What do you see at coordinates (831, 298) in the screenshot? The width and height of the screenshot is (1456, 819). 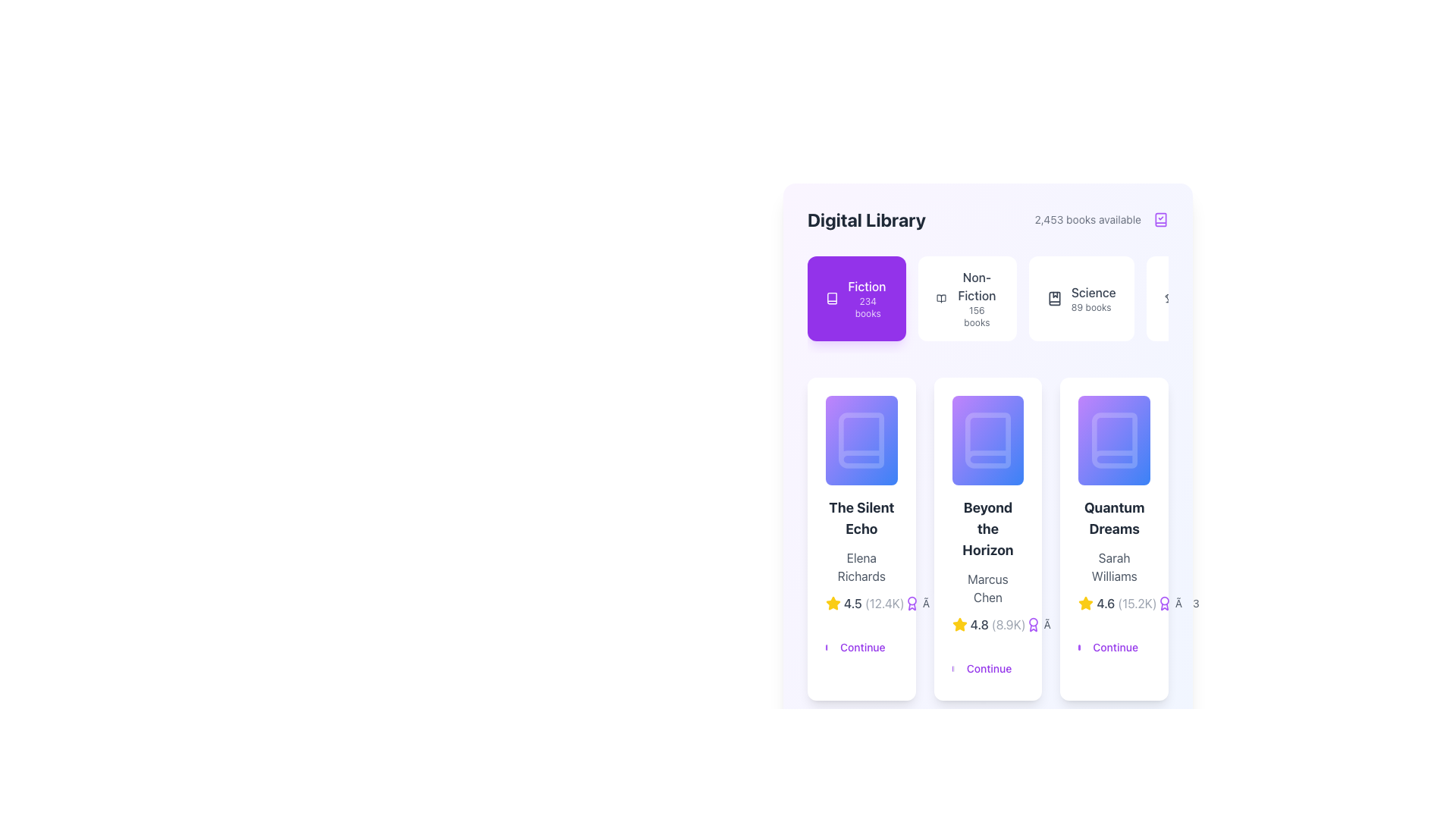 I see `the 'Fiction' category icon located in the top-left area of the interface` at bounding box center [831, 298].